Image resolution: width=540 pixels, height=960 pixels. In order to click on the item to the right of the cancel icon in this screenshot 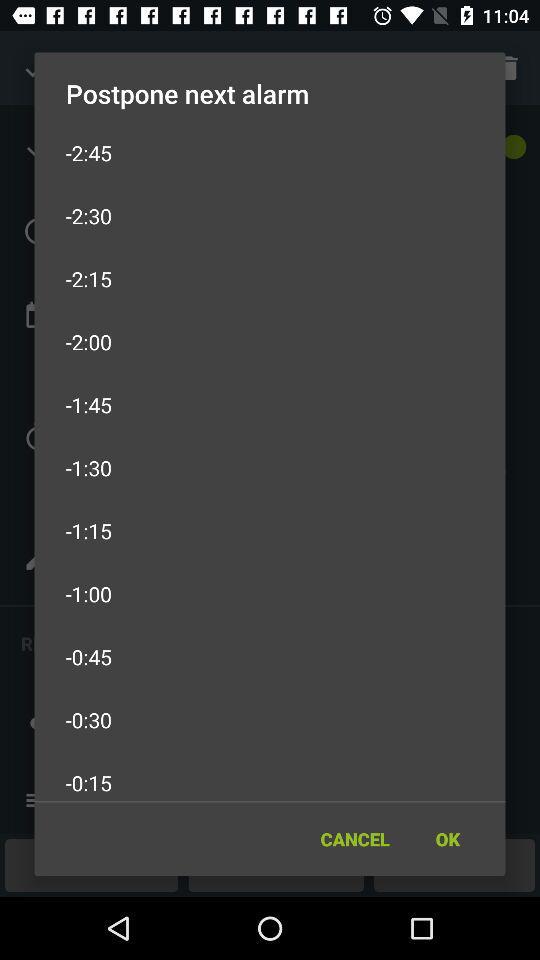, I will do `click(447, 839)`.